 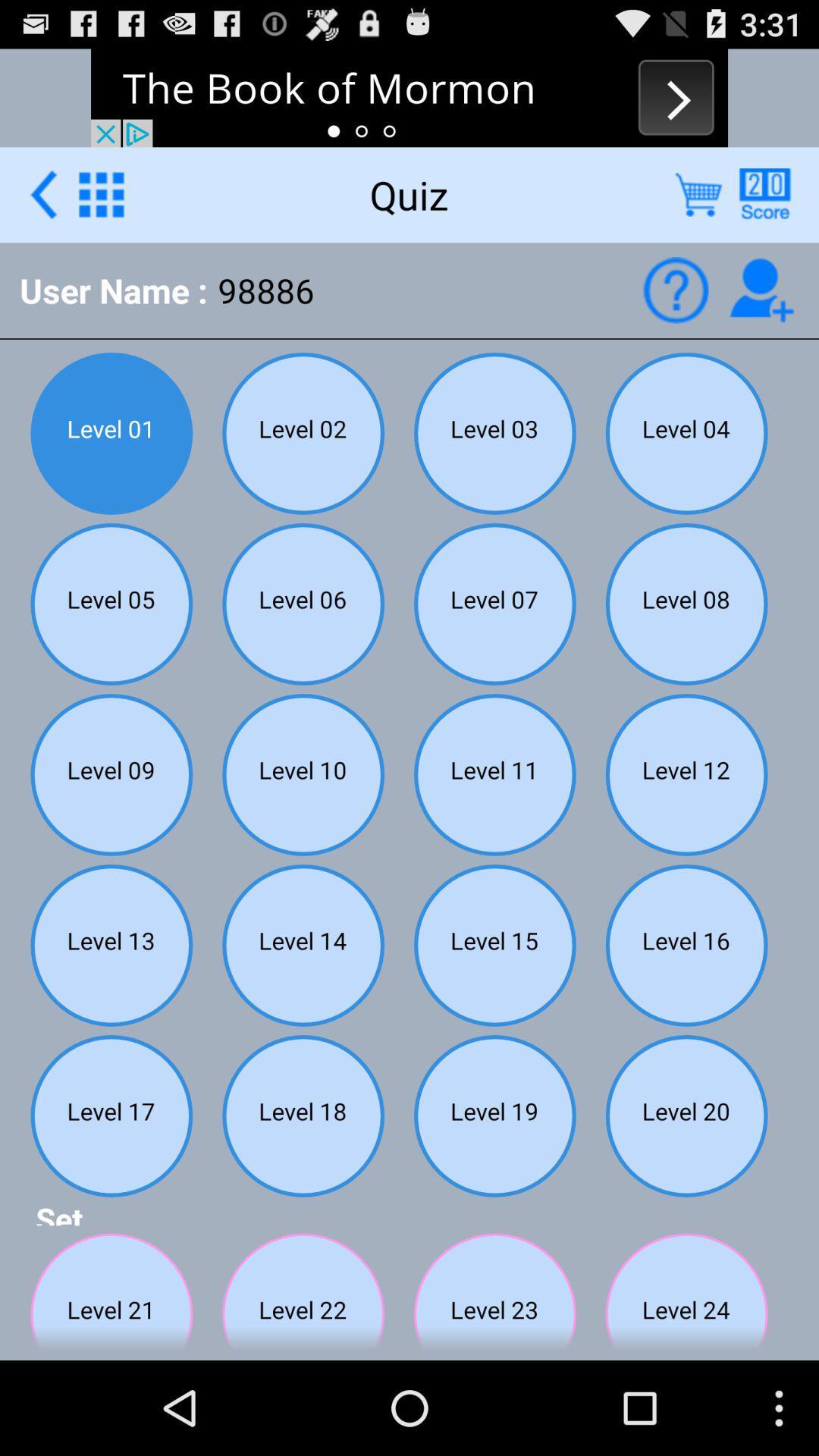 I want to click on a person, so click(x=761, y=290).